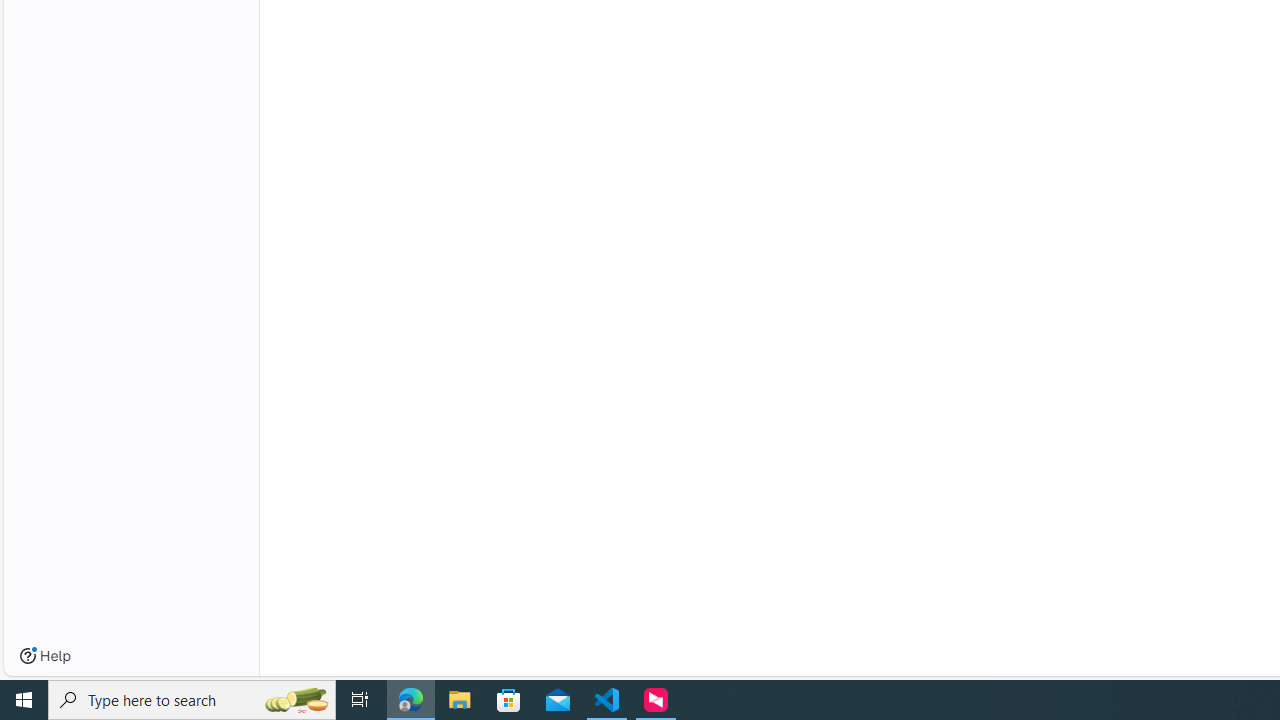 The width and height of the screenshot is (1280, 720). I want to click on 'Help', so click(45, 655).